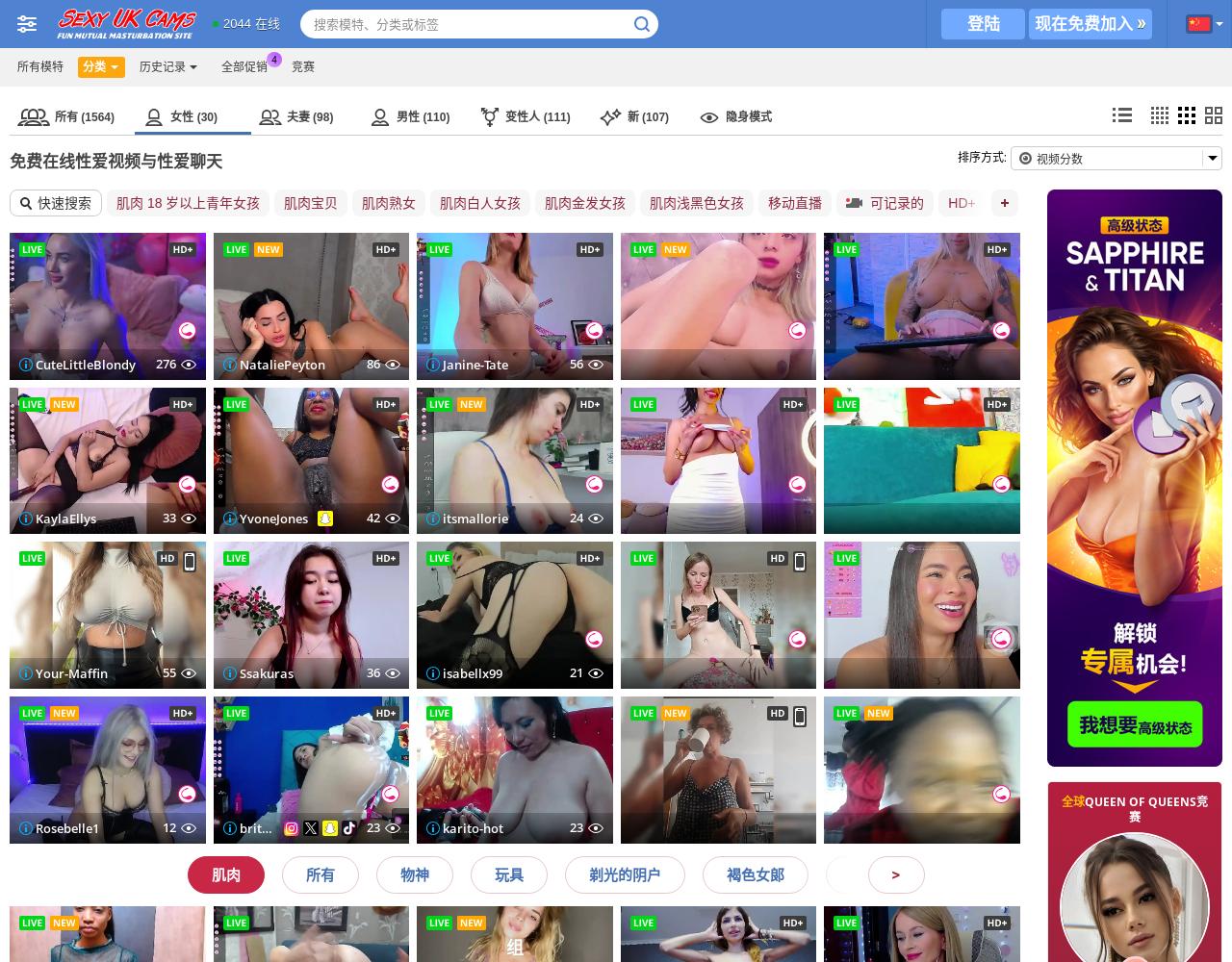 The image size is (1232, 962). Describe the element at coordinates (238, 364) in the screenshot. I see `'Janine-Tate'` at that location.